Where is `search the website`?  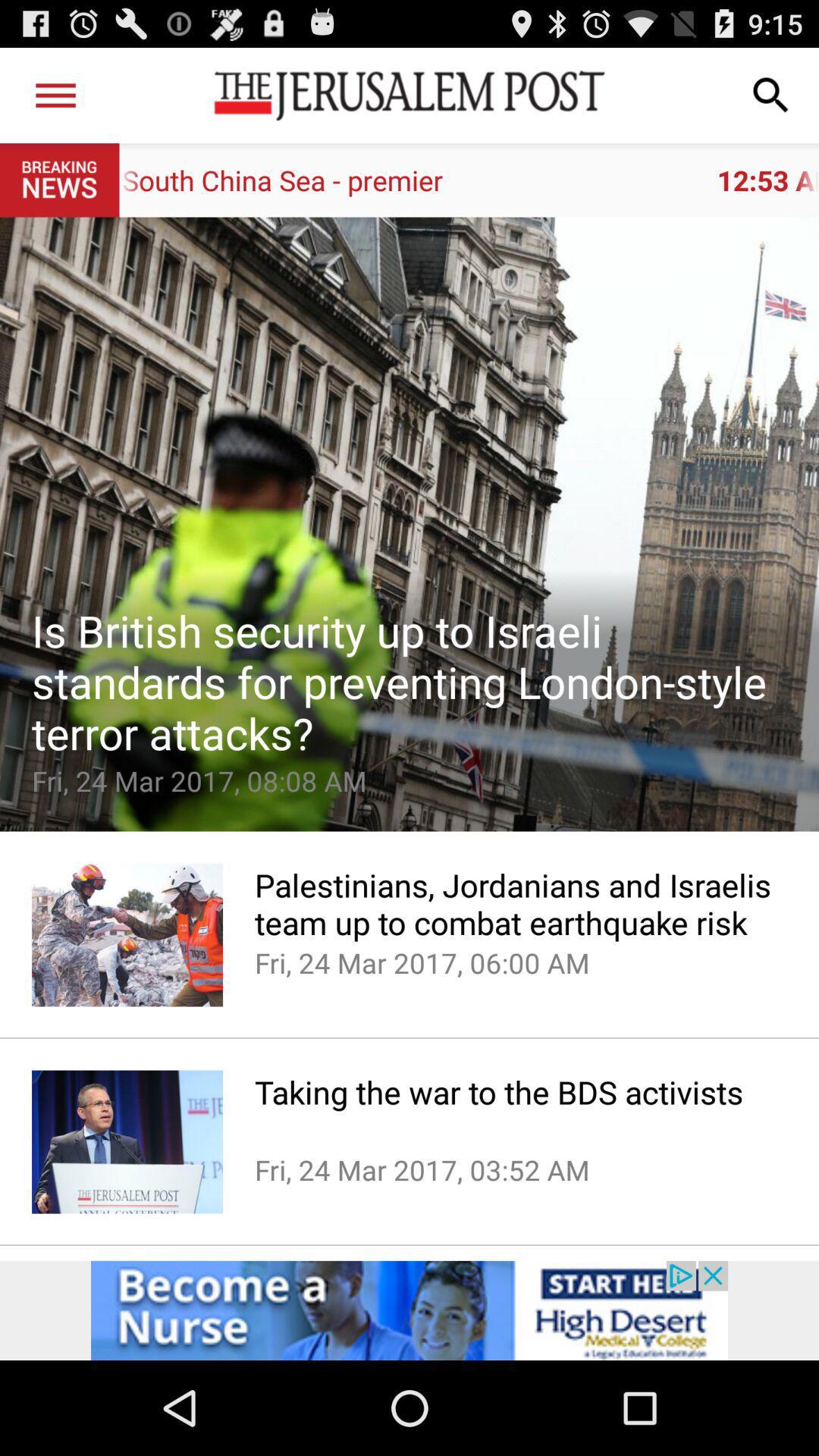 search the website is located at coordinates (771, 94).